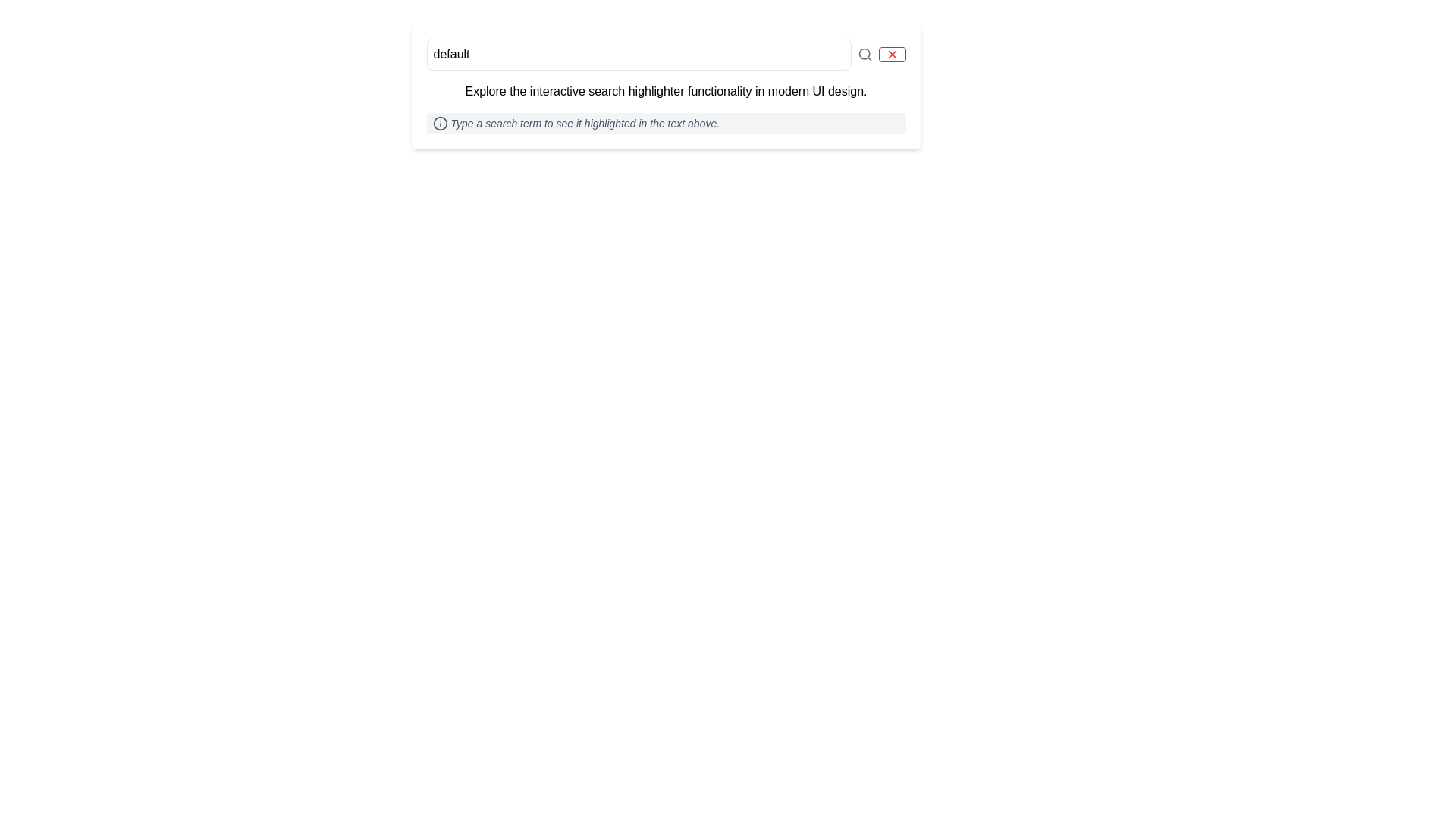 The image size is (1456, 819). Describe the element at coordinates (864, 53) in the screenshot. I see `the circular search icon located on the right-hand side of the search bar, adjacent to the cancel button` at that location.